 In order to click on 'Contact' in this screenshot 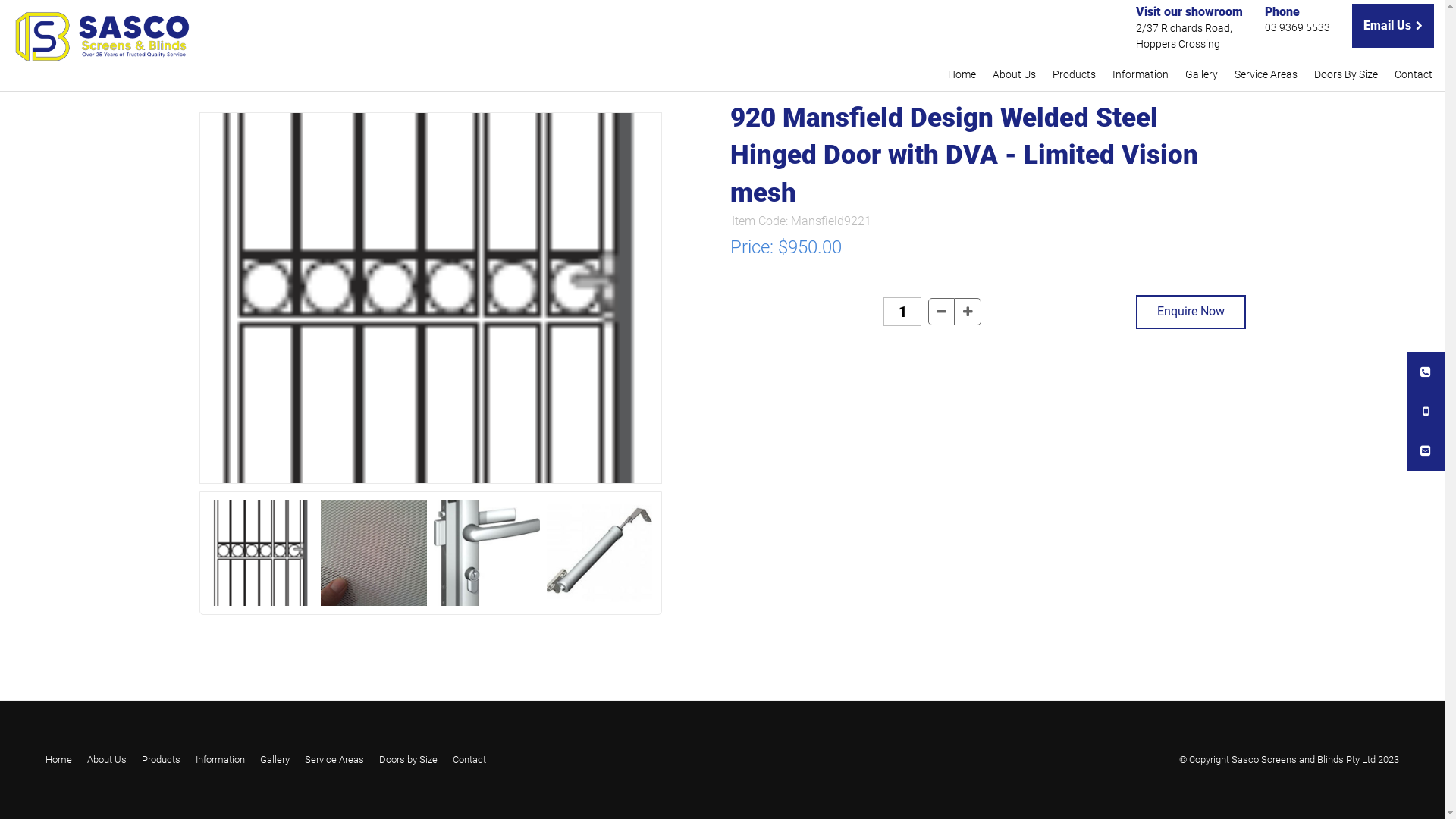, I will do `click(1386, 74)`.